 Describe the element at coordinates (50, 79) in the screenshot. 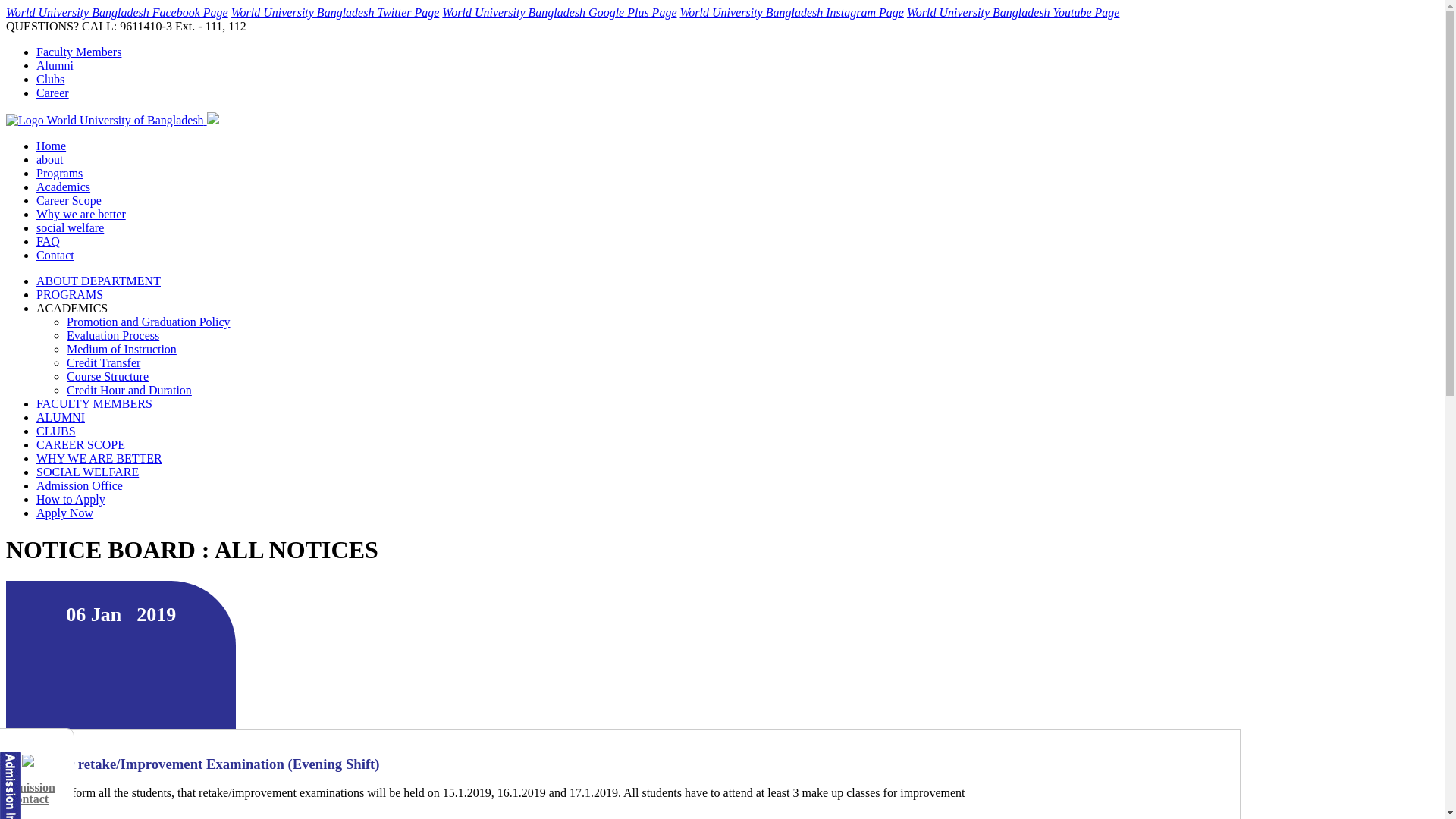

I see `'Clubs'` at that location.